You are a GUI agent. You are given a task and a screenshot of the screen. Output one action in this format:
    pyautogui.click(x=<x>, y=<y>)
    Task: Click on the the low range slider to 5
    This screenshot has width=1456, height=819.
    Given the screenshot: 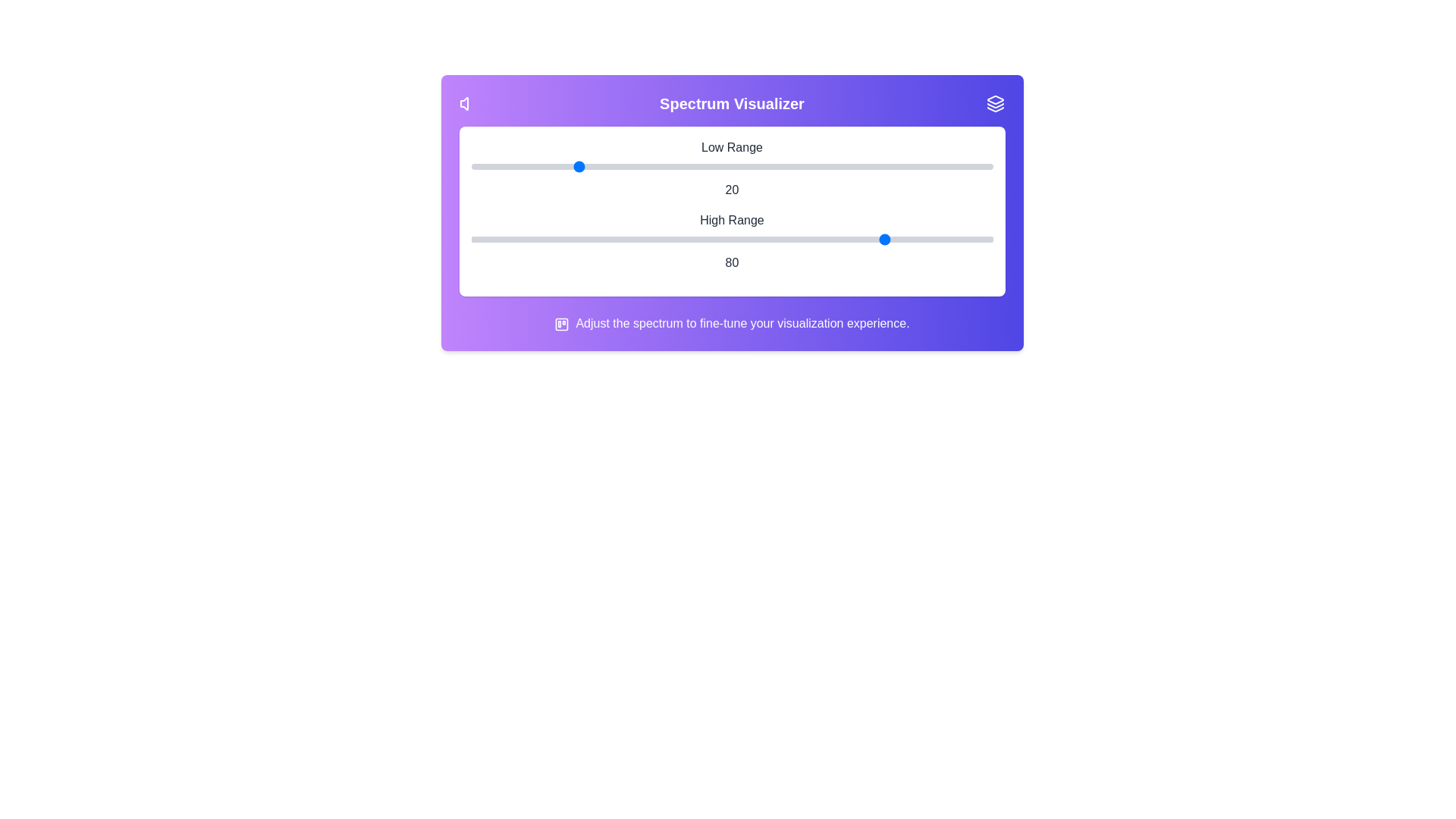 What is the action you would take?
    pyautogui.click(x=497, y=166)
    